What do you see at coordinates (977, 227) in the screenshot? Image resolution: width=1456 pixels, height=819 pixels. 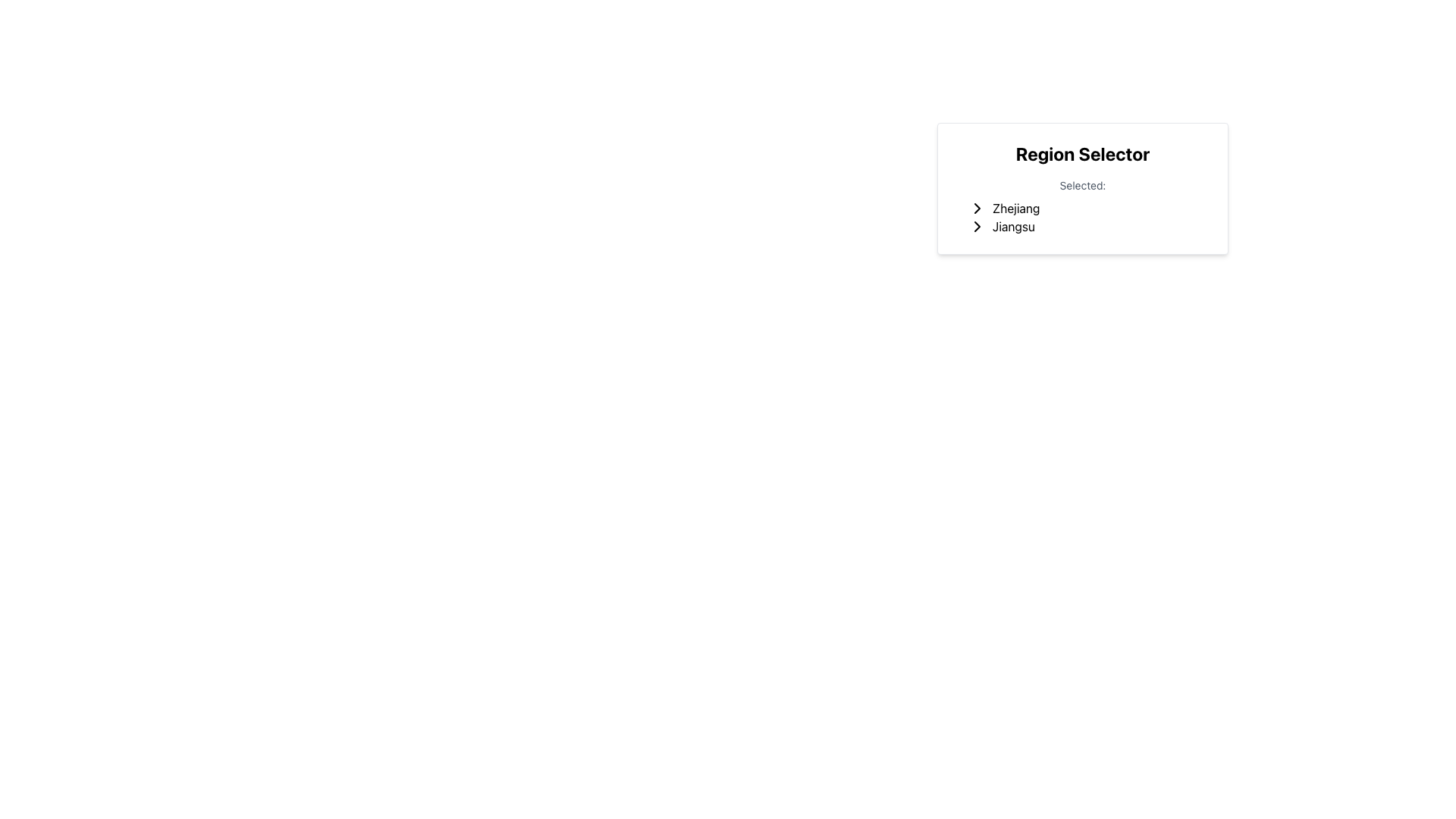 I see `the right-facing chevron icon located to the left of the text 'Jiangsu' in the region selector interface` at bounding box center [977, 227].